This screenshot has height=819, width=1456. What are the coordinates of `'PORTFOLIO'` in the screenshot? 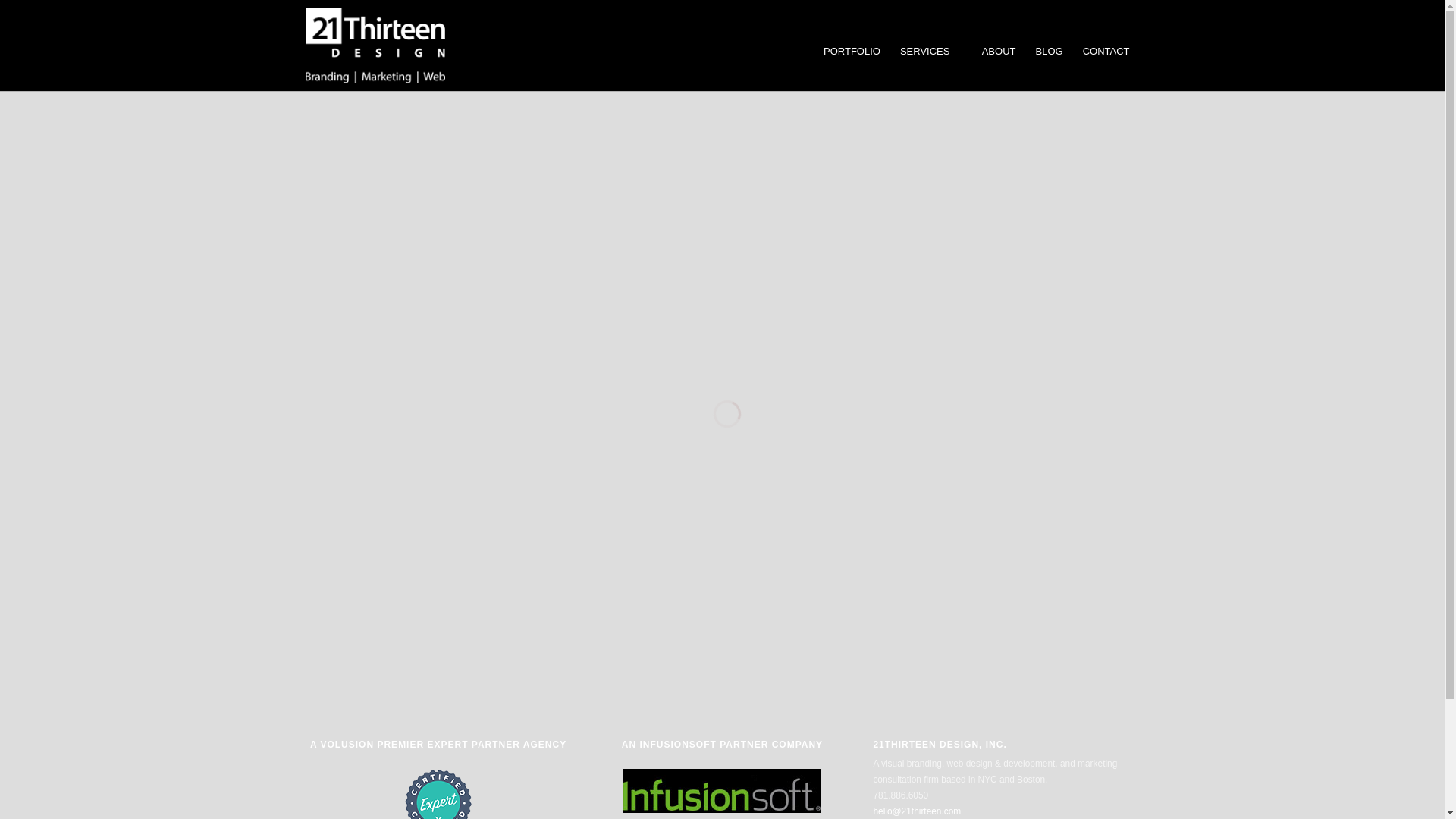 It's located at (852, 51).